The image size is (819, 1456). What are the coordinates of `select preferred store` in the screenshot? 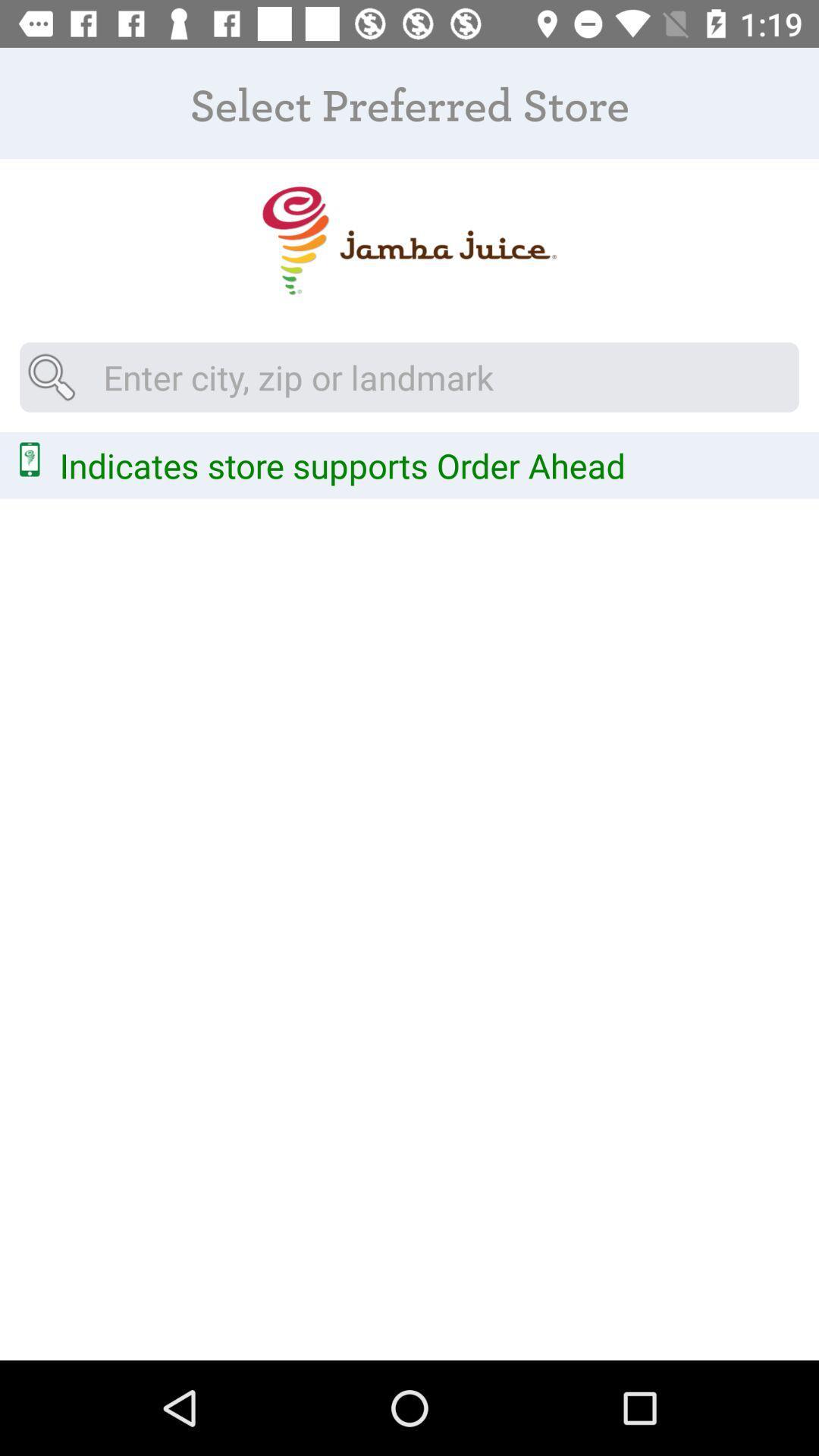 It's located at (408, 240).